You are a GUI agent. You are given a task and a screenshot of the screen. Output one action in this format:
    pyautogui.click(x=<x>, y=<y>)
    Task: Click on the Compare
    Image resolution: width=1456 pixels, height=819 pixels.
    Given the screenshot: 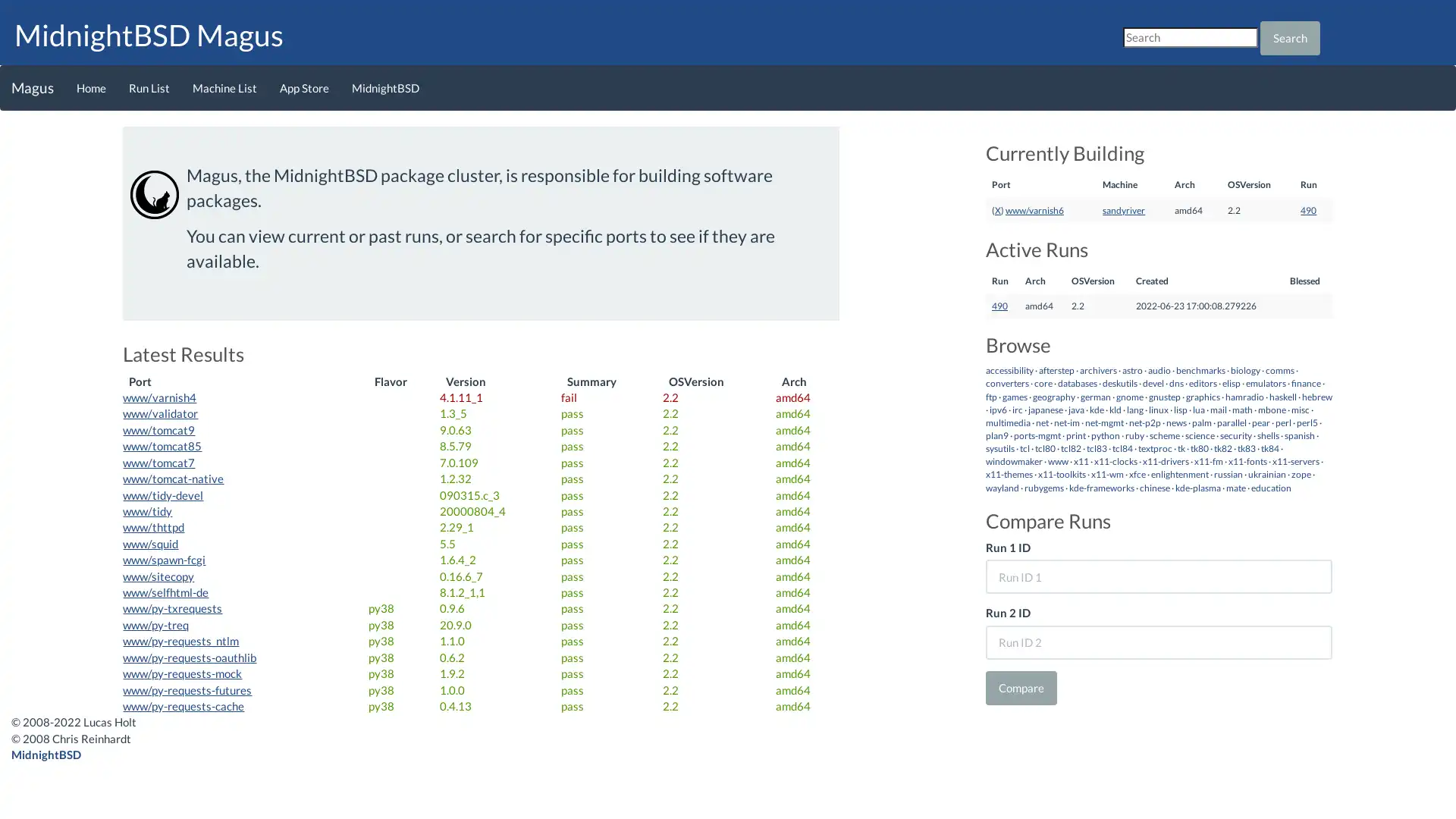 What is the action you would take?
    pyautogui.click(x=1020, y=687)
    